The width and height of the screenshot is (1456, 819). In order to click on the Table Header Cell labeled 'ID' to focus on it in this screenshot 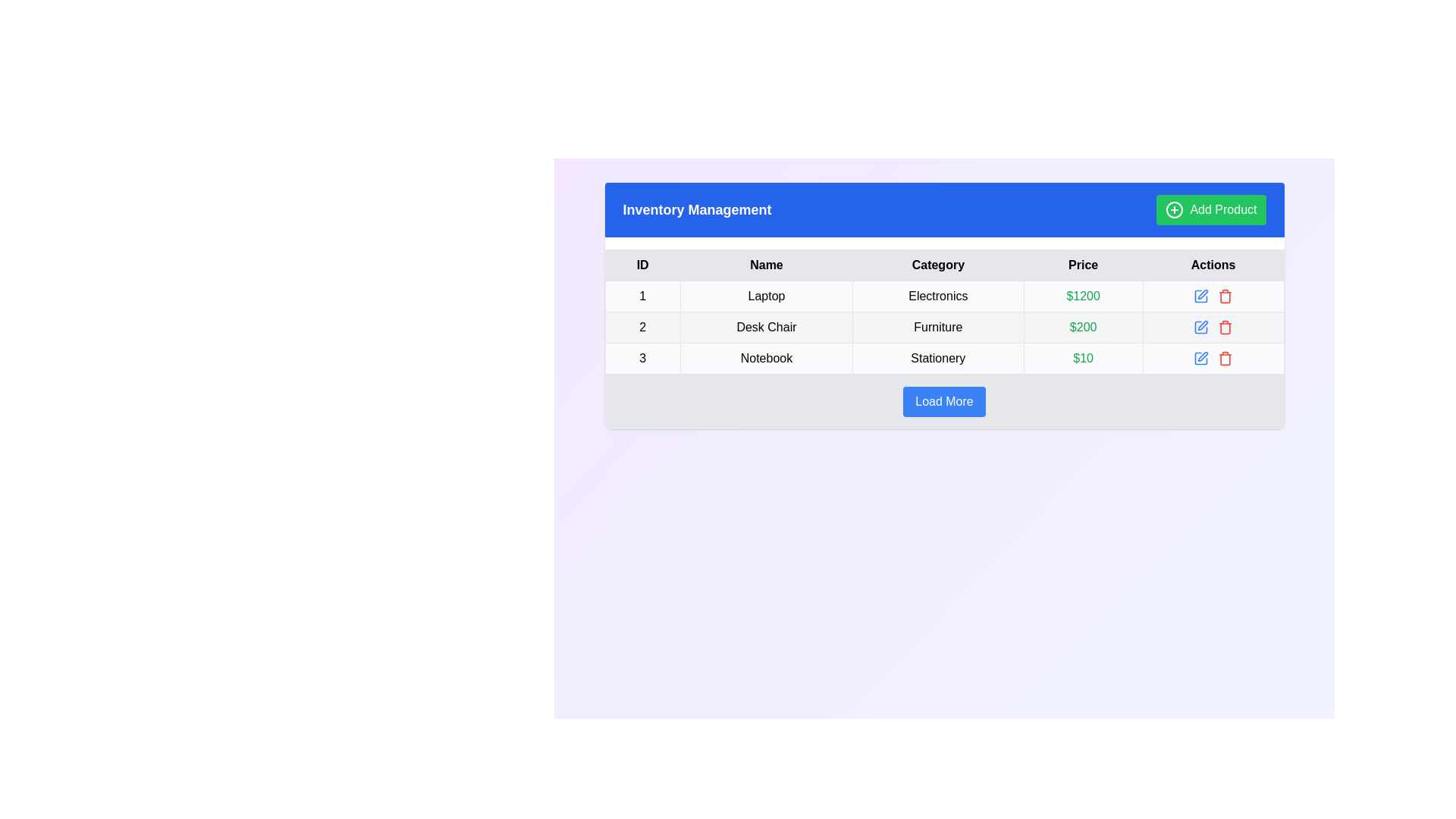, I will do `click(642, 265)`.